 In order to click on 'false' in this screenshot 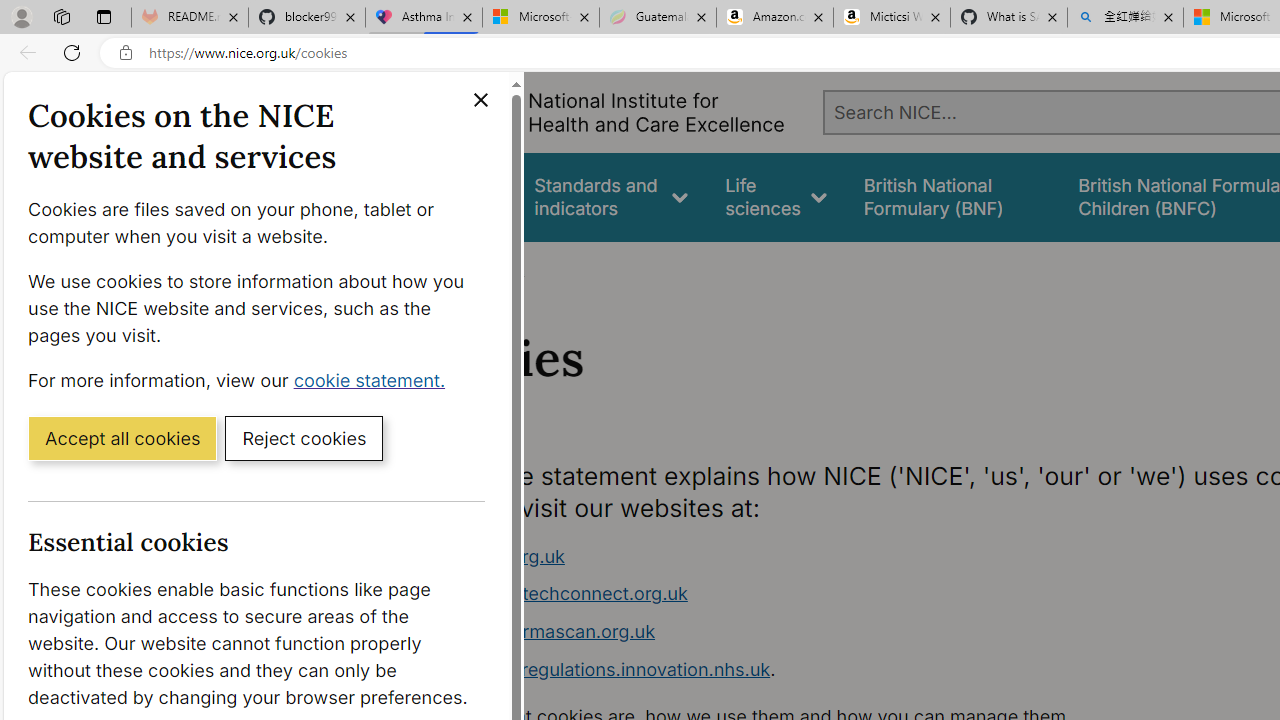, I will do `click(951, 197)`.